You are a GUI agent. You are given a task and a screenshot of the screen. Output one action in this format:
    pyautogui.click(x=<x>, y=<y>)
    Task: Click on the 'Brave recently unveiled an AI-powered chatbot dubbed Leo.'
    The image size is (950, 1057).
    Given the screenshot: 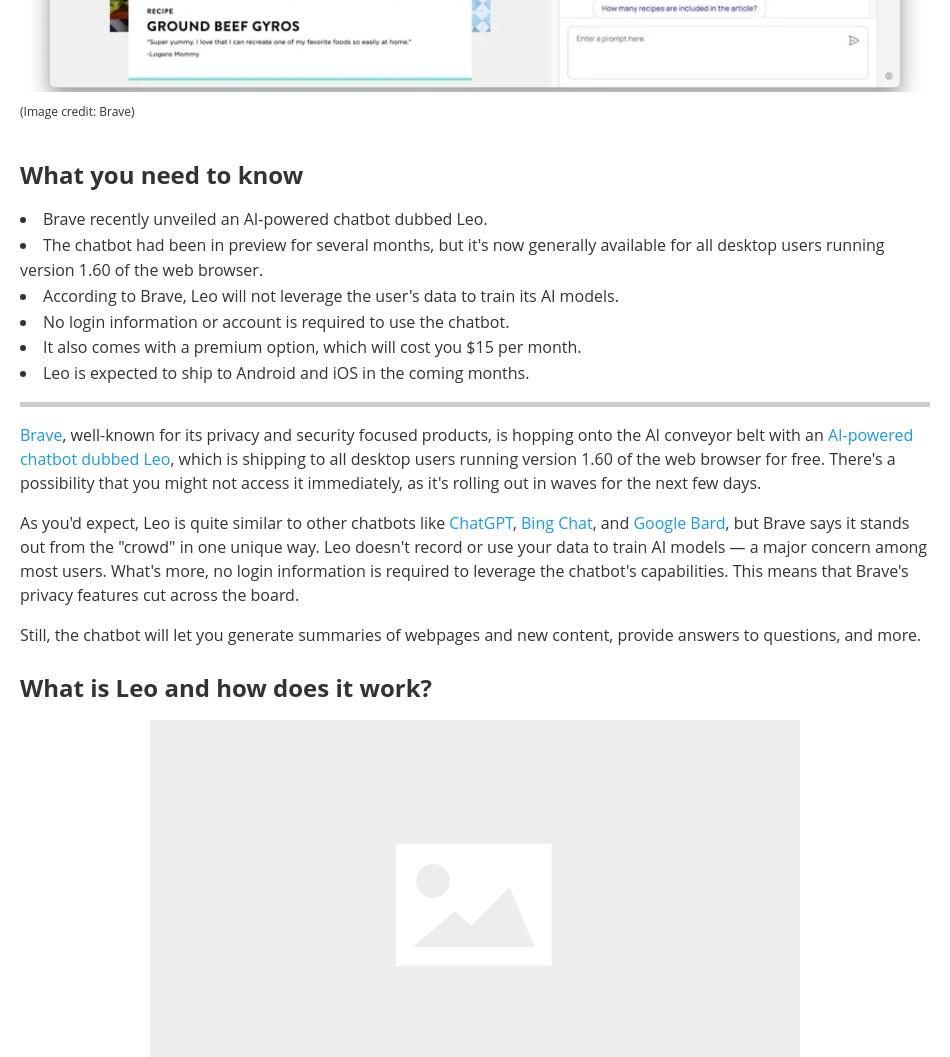 What is the action you would take?
    pyautogui.click(x=263, y=219)
    